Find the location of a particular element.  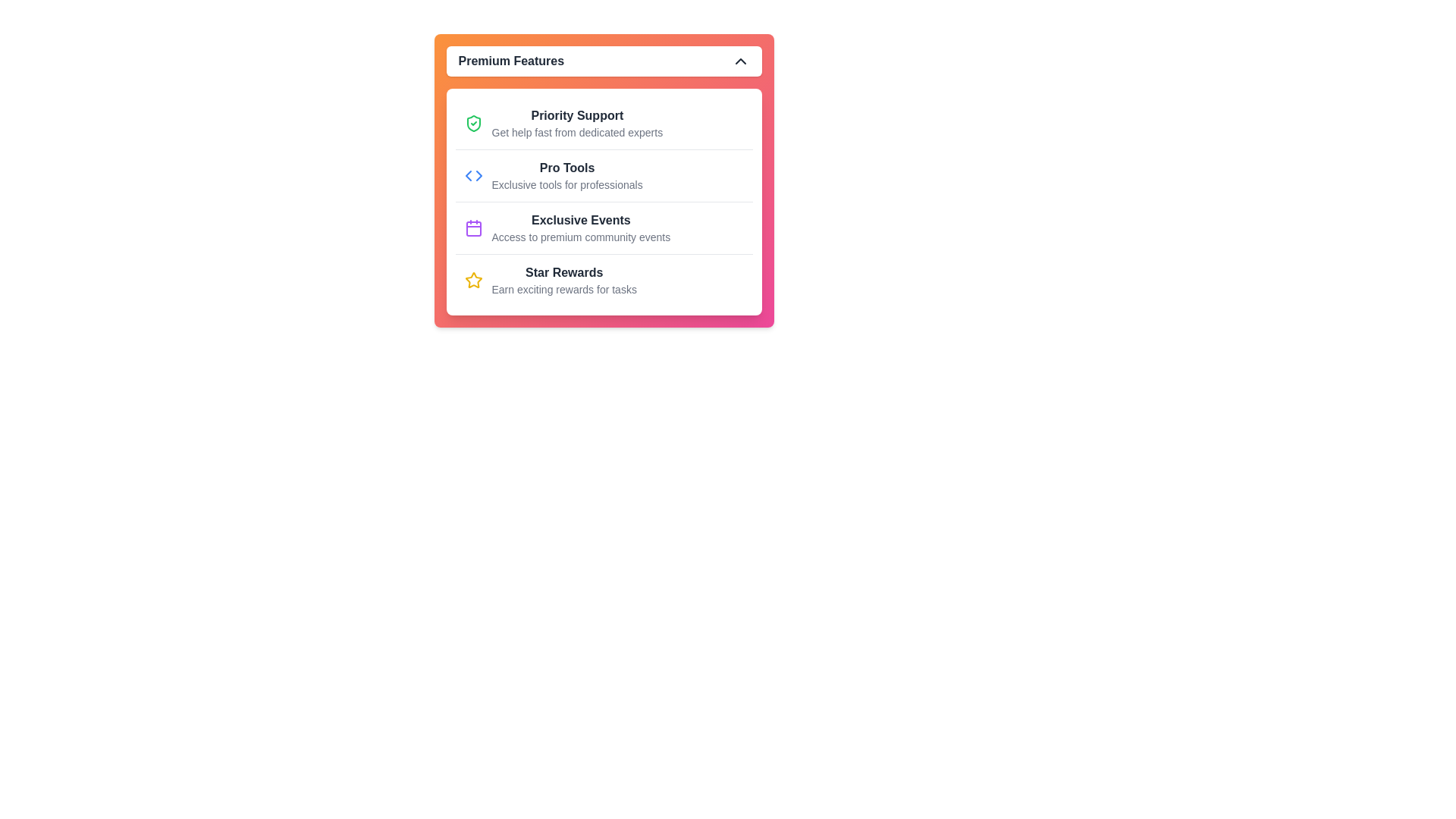

the green shield-like icon with a checkmark inside, located to the left of the text 'Priority Support' is located at coordinates (472, 122).